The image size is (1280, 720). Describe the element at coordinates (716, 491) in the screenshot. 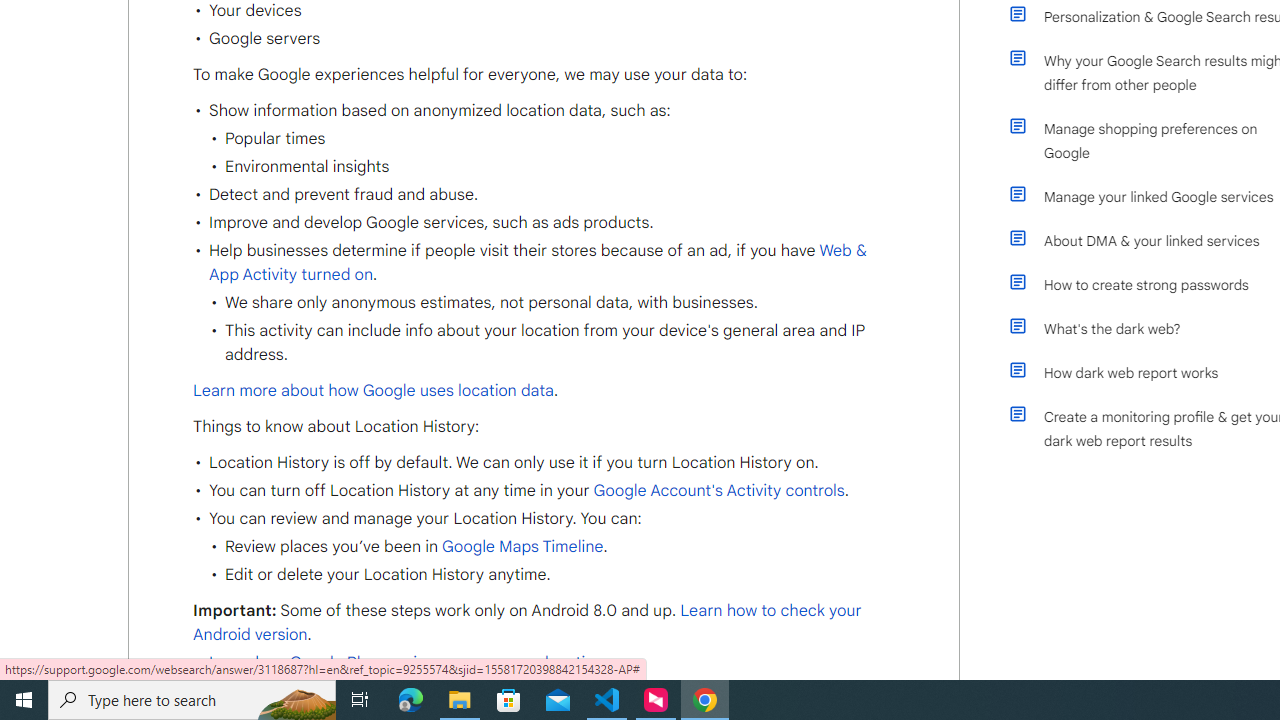

I see `' Google Account'` at that location.